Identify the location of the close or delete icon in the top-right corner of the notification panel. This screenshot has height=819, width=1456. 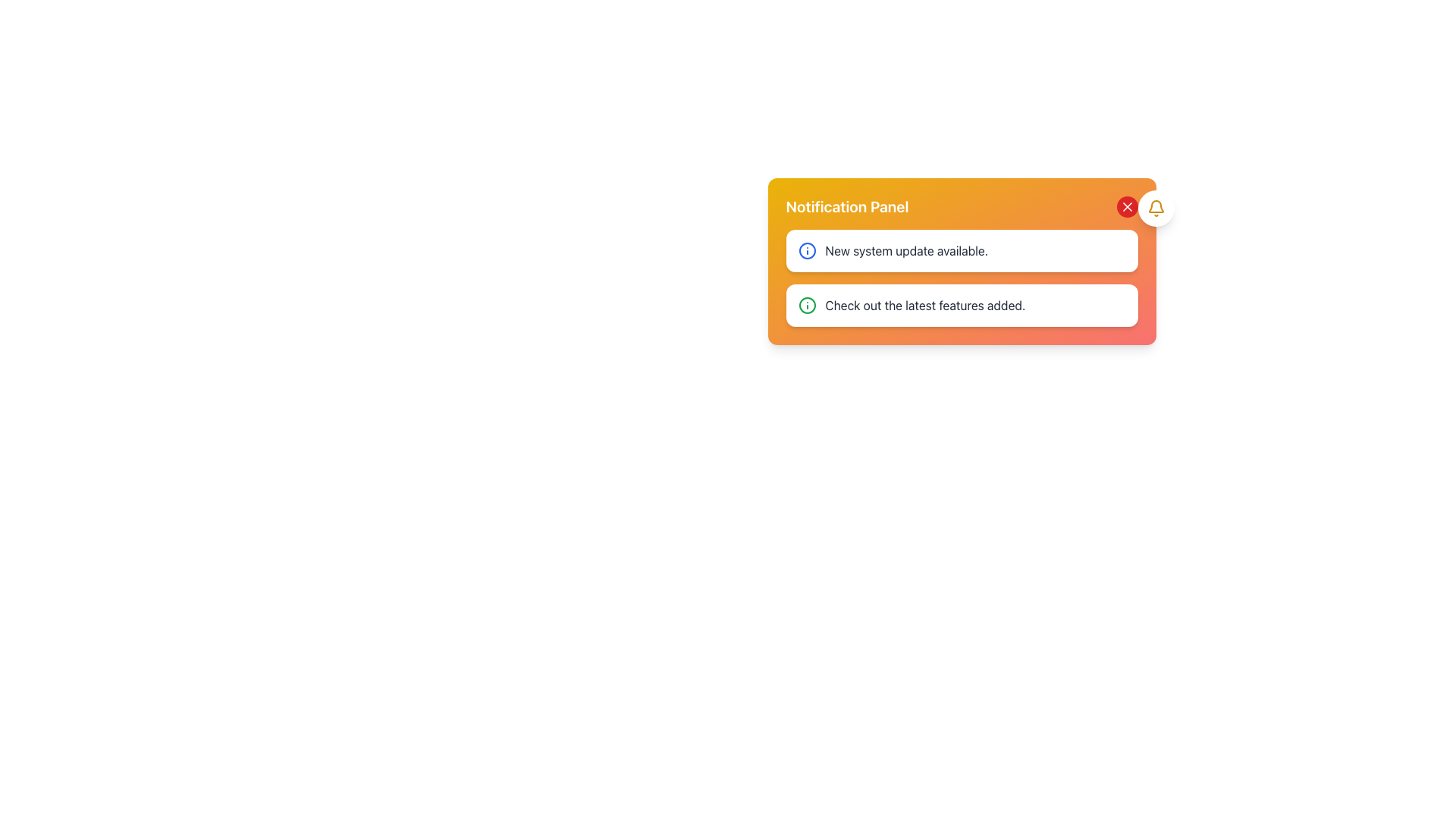
(1127, 207).